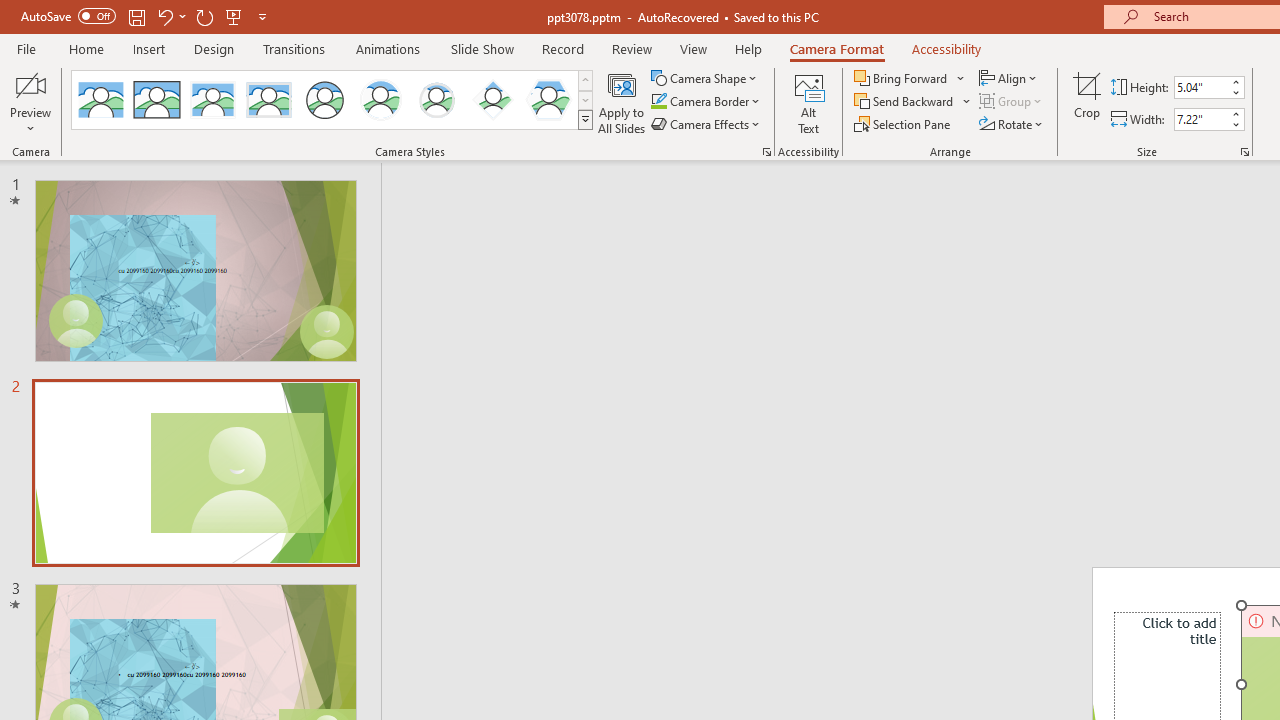  Describe the element at coordinates (909, 77) in the screenshot. I see `'Bring Forward'` at that location.